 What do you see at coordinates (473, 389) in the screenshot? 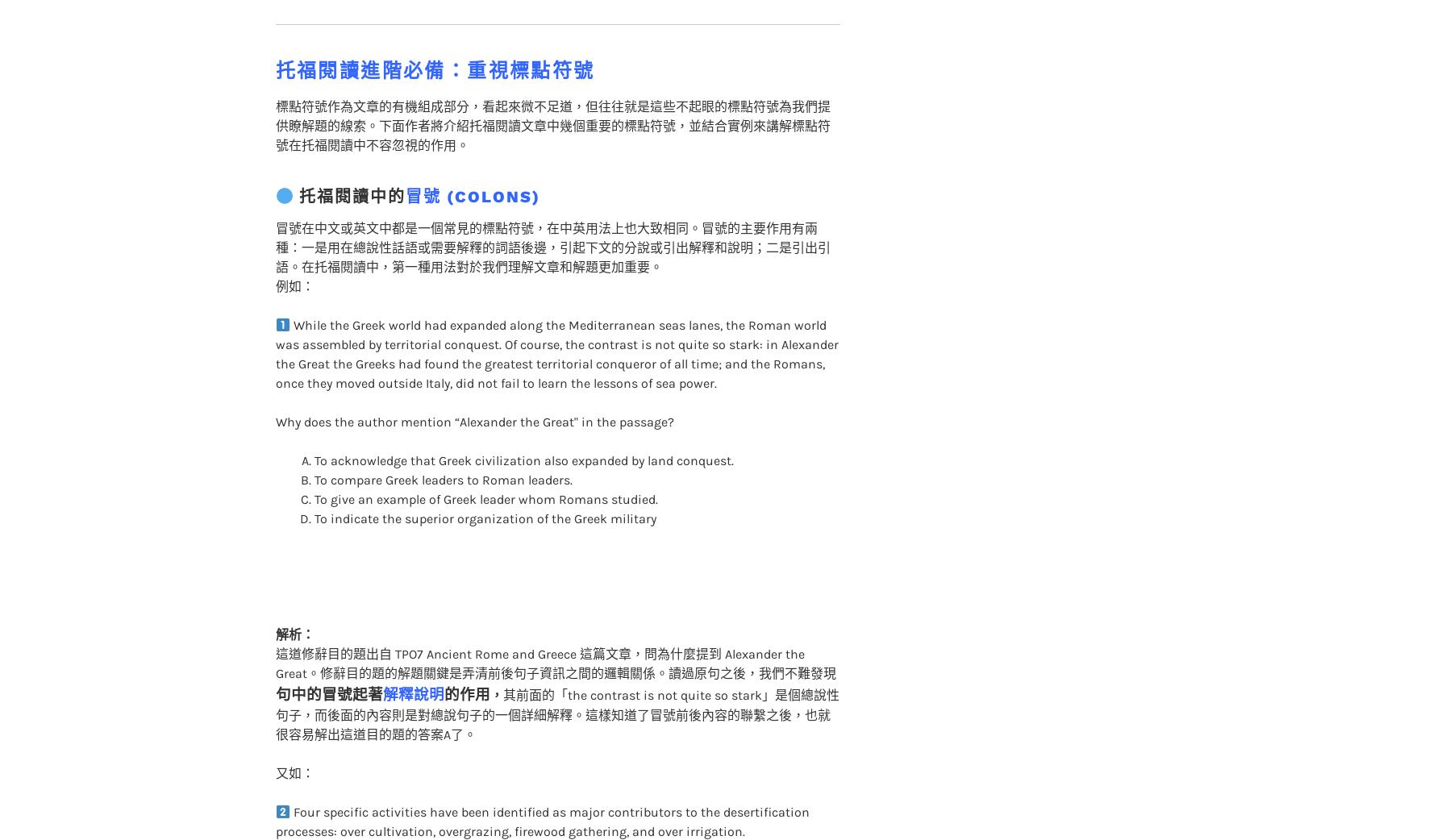
I see `'Why does the author mention “Alexander the Great" in the passage?'` at bounding box center [473, 389].